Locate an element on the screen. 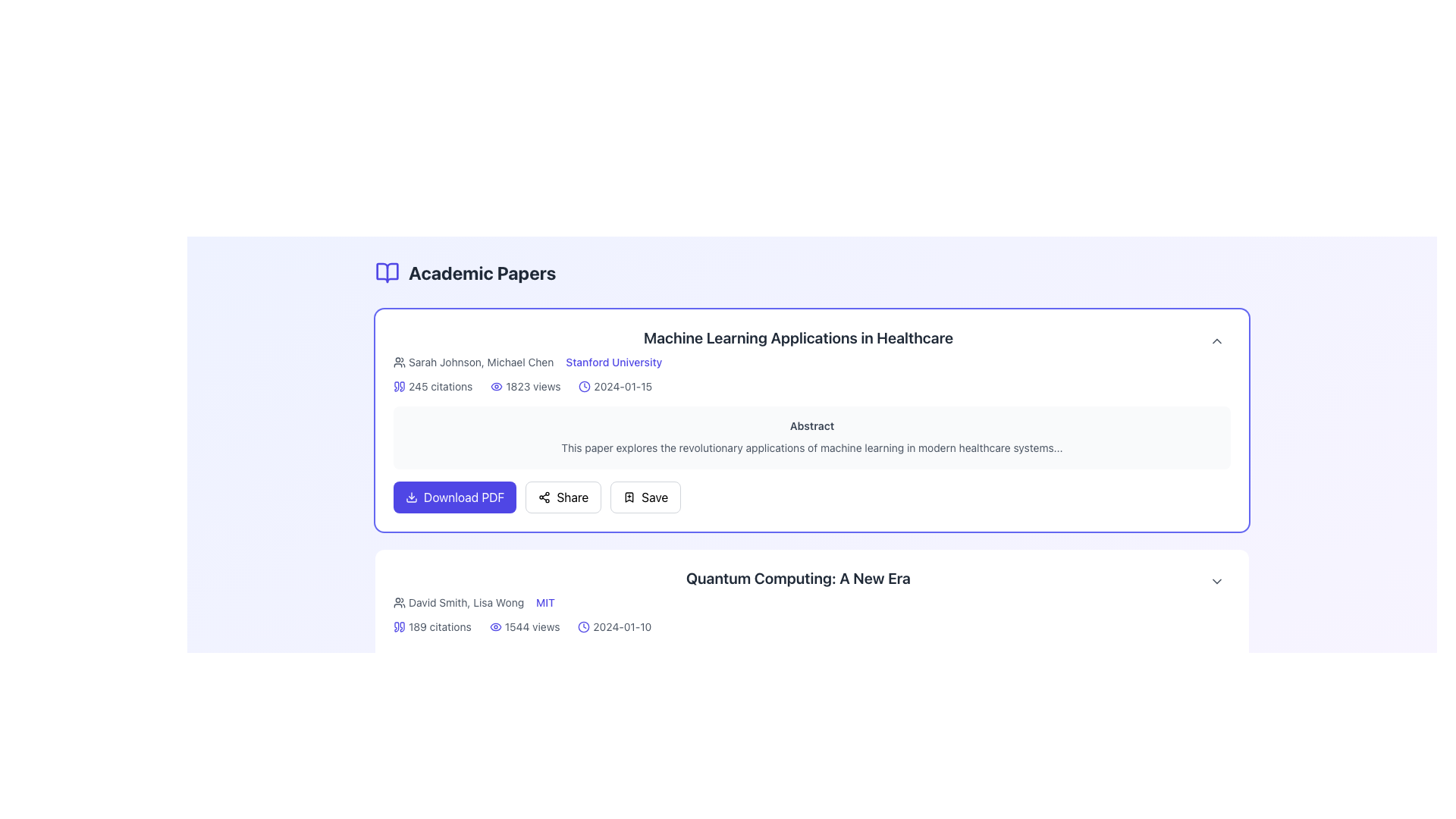 The image size is (1456, 819). the share icon, which is a minimalist triangular structure with three circular nodes, located within the 'Share' button at the bottom of the card titled 'Machine Learning Applications in Healthcare' is located at coordinates (544, 497).